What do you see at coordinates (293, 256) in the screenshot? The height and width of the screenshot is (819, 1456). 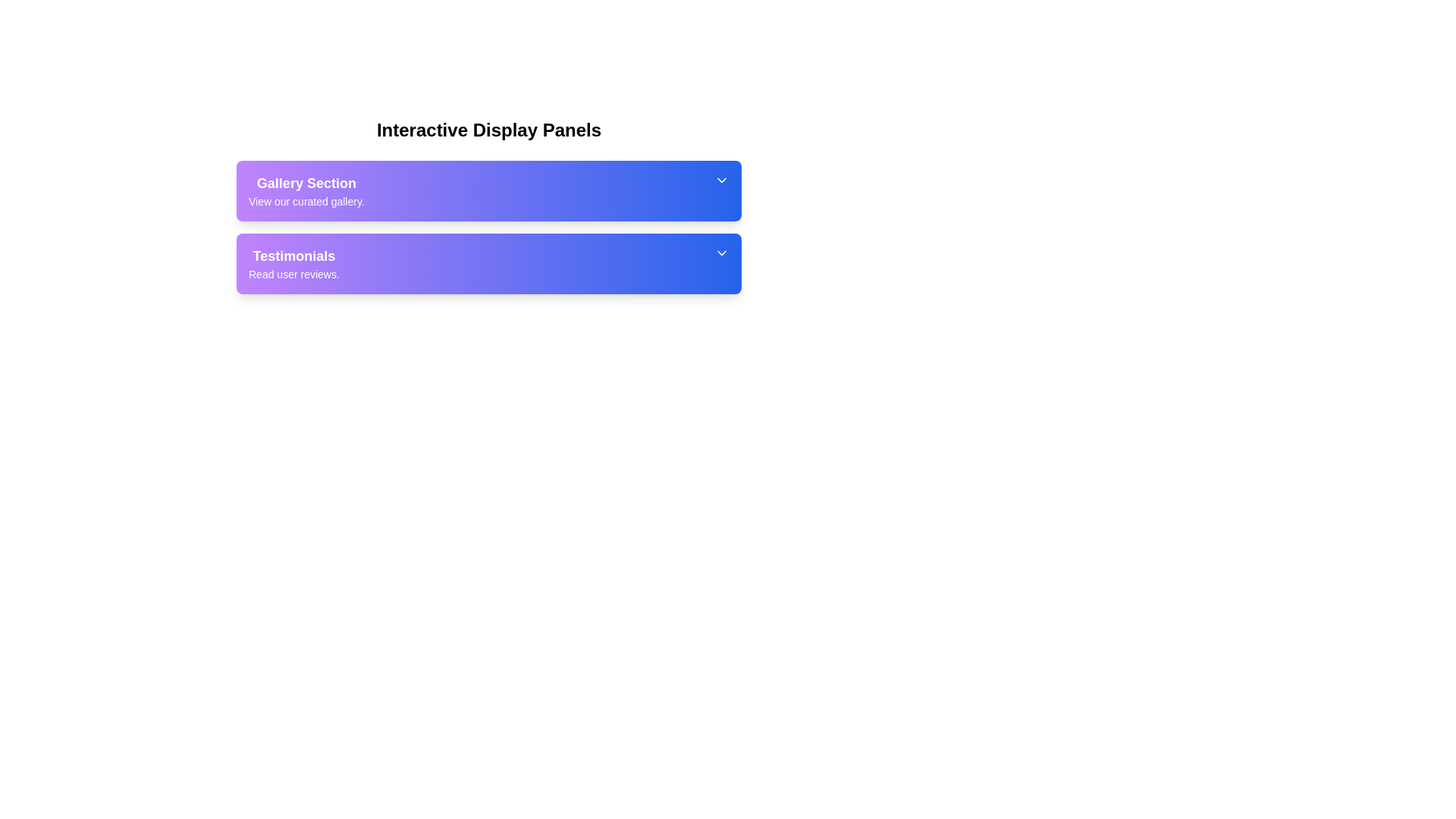 I see `the Text label that serves as the title for the user testimonials section, located above the smaller text description 'Read user reviews.'` at bounding box center [293, 256].